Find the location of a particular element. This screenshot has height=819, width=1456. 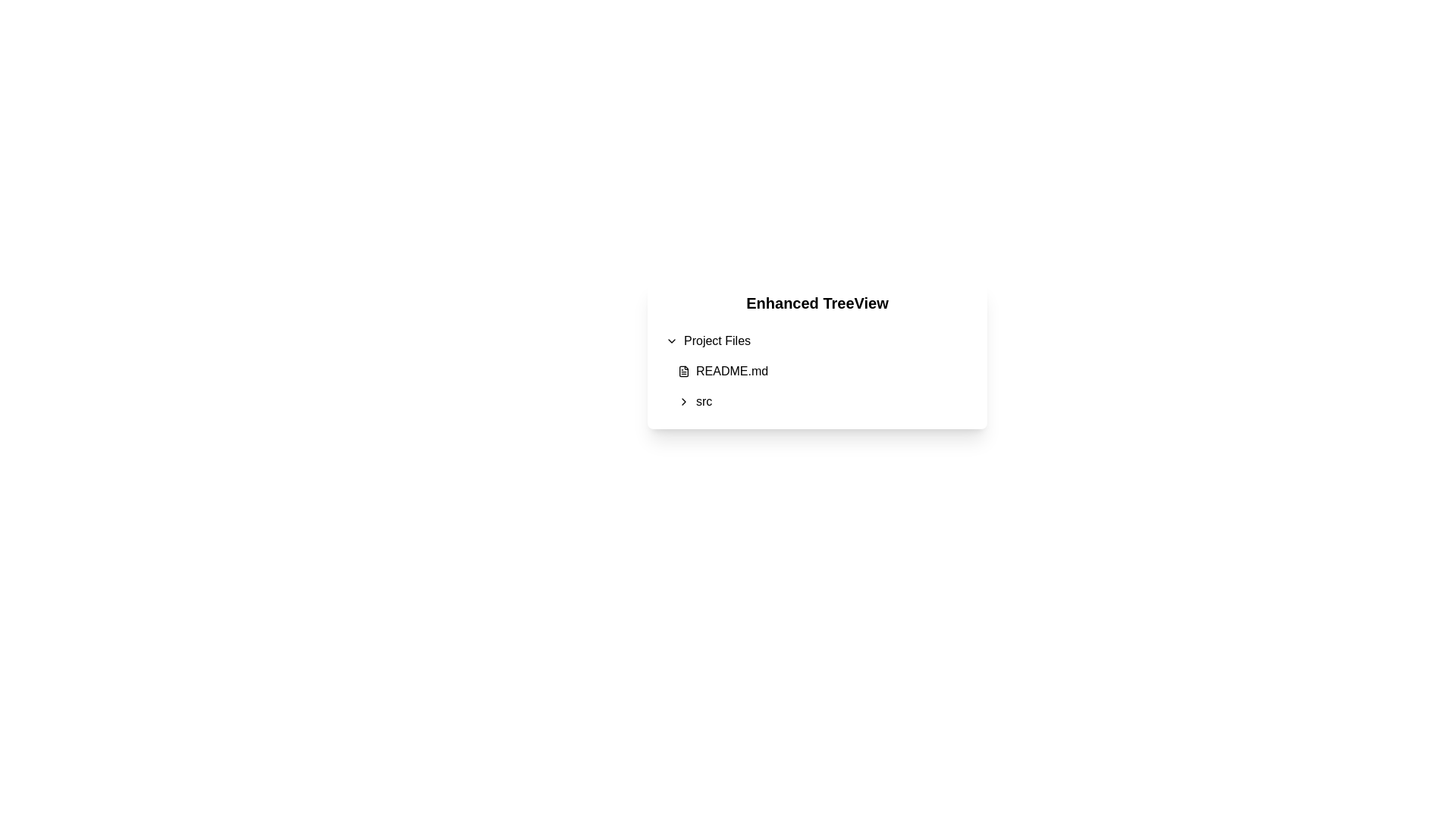

the TreeViewItem representing a folder or directory under the 'Project Files' section, located below the 'README.md' item is located at coordinates (822, 400).